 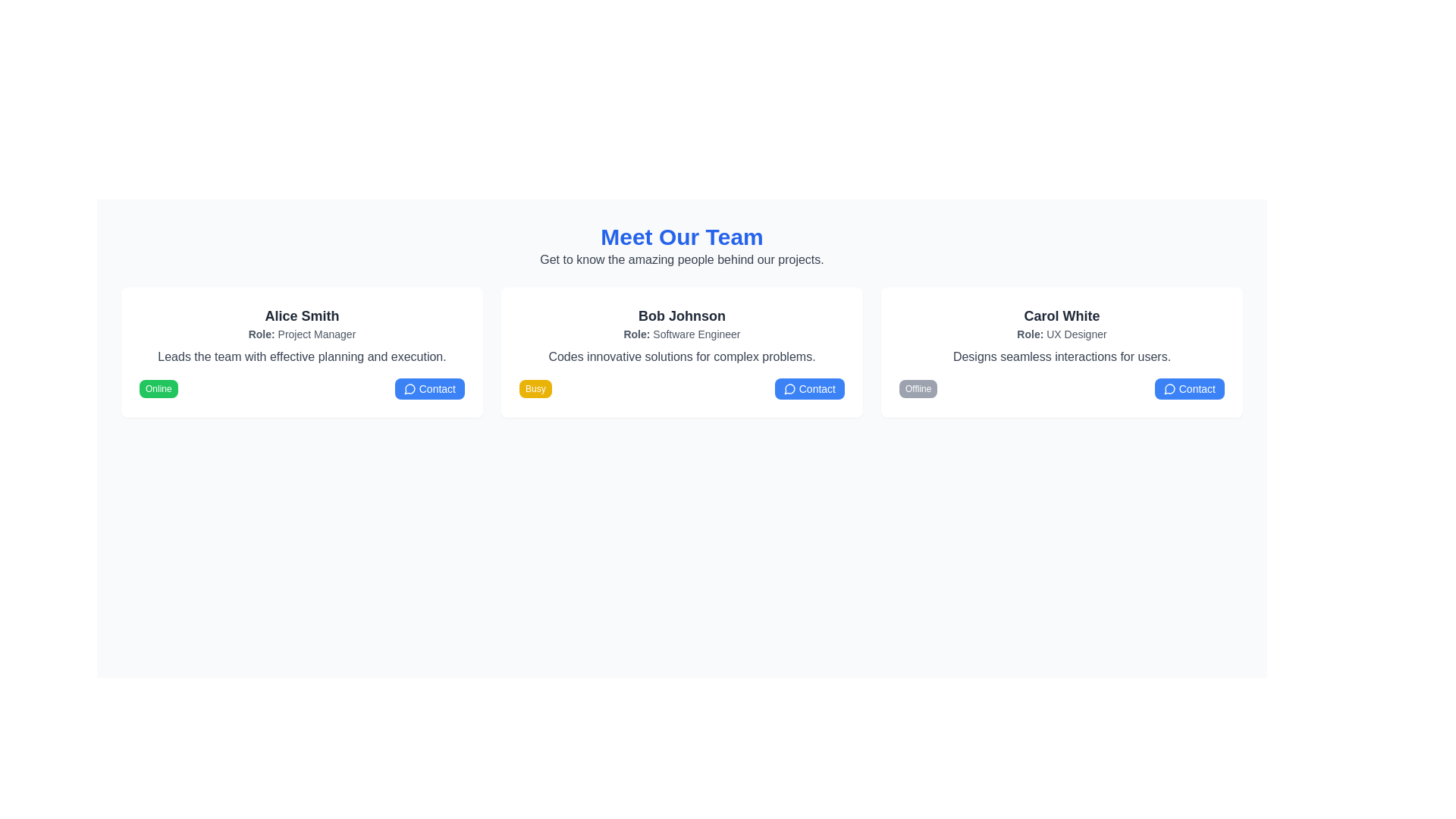 I want to click on text label that describes the professional role associated with 'Carol White', located below her name and above the description text within the card, so click(x=1061, y=333).